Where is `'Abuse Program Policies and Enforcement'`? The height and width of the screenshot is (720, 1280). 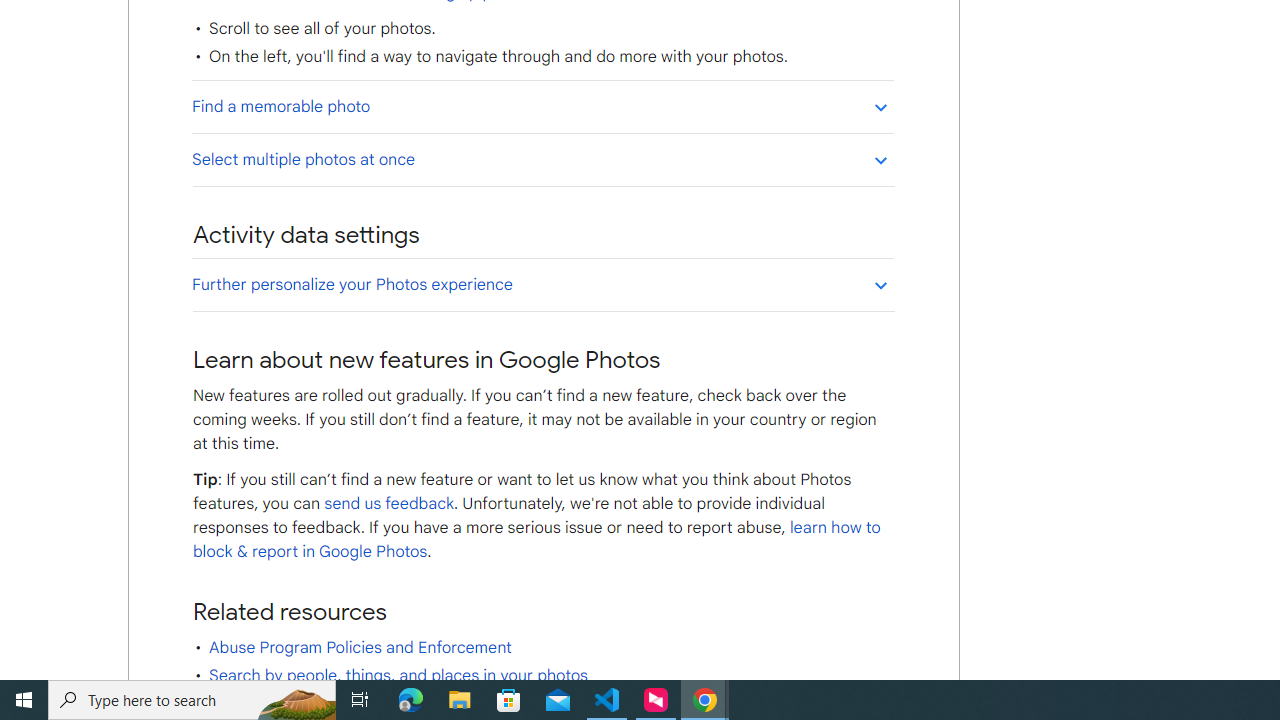
'Abuse Program Policies and Enforcement' is located at coordinates (360, 648).